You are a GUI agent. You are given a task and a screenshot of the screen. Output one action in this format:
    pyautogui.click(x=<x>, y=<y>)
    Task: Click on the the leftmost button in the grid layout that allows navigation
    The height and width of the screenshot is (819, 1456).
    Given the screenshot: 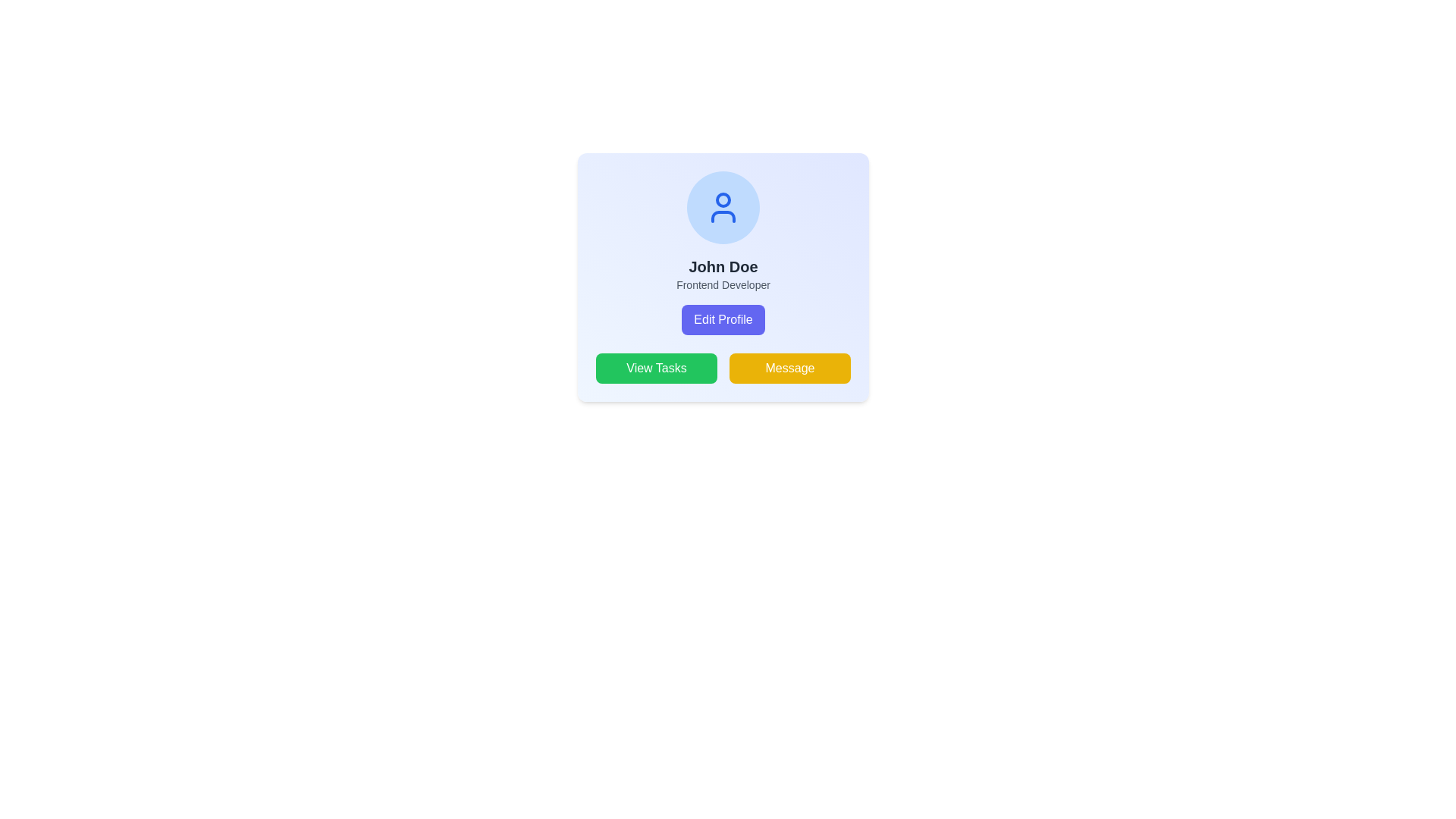 What is the action you would take?
    pyautogui.click(x=656, y=369)
    